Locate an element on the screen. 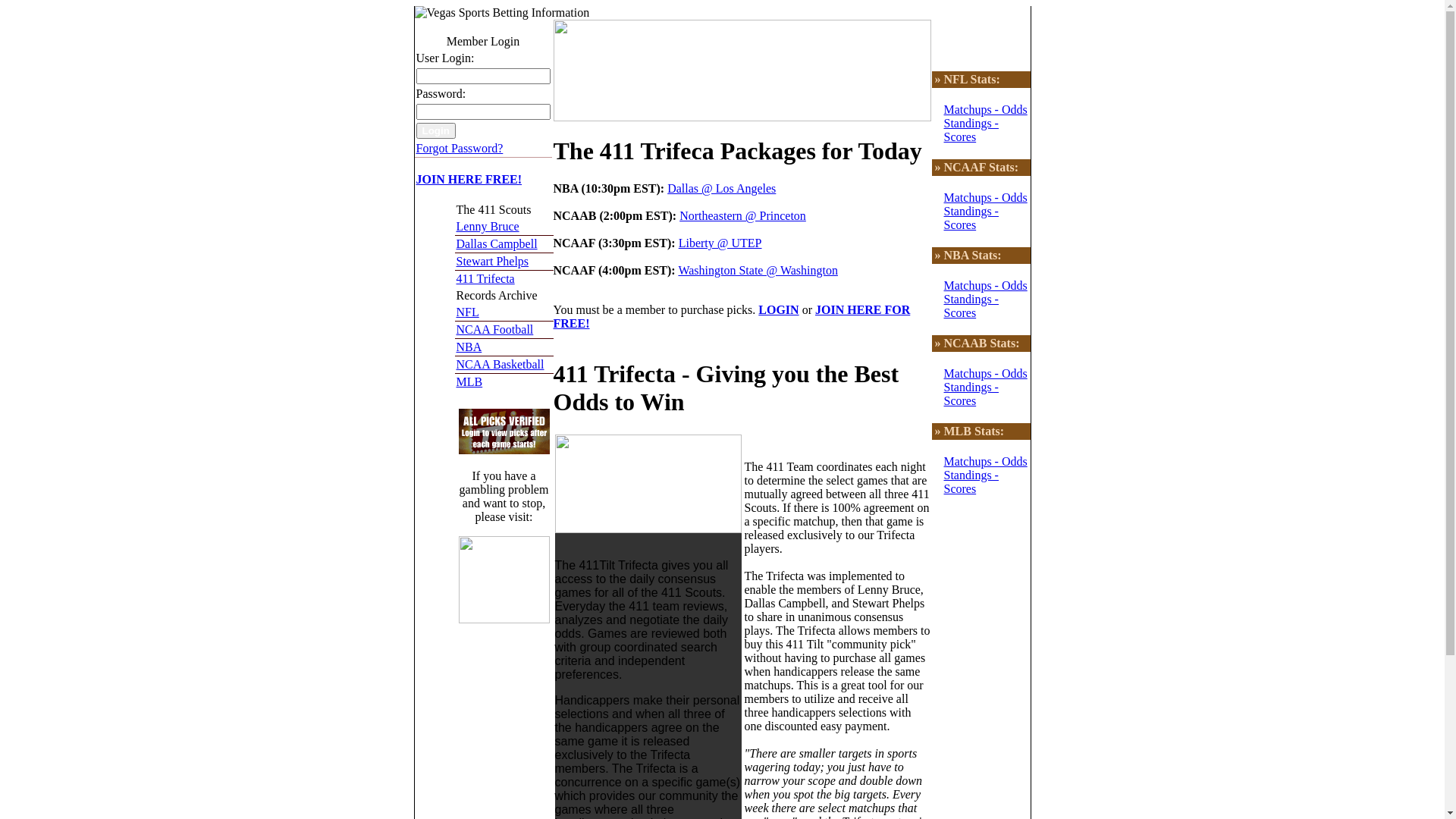 This screenshot has height=819, width=1456. 'LOGIN' is located at coordinates (758, 309).